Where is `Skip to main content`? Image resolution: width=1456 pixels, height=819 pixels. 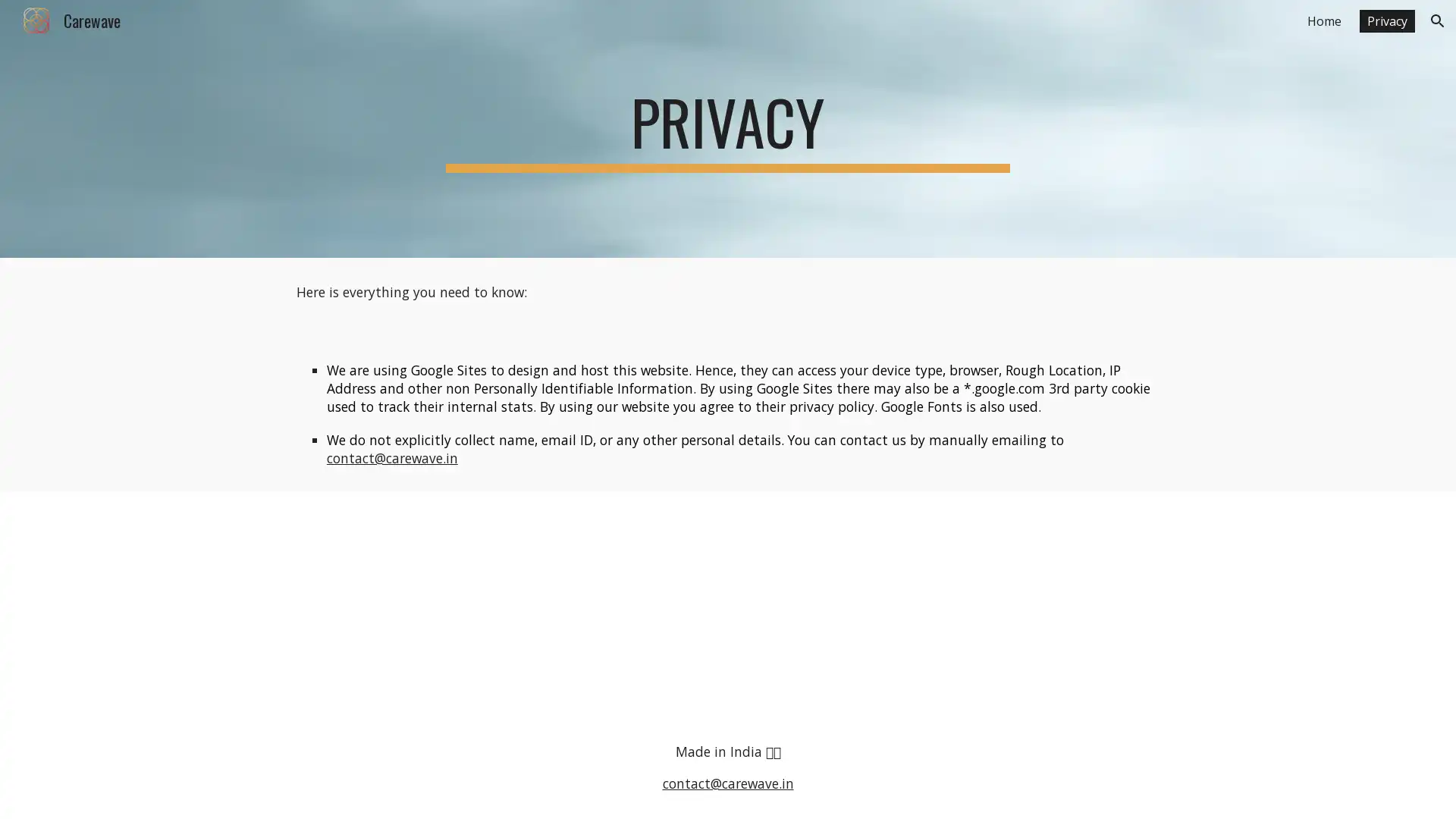 Skip to main content is located at coordinates (597, 28).